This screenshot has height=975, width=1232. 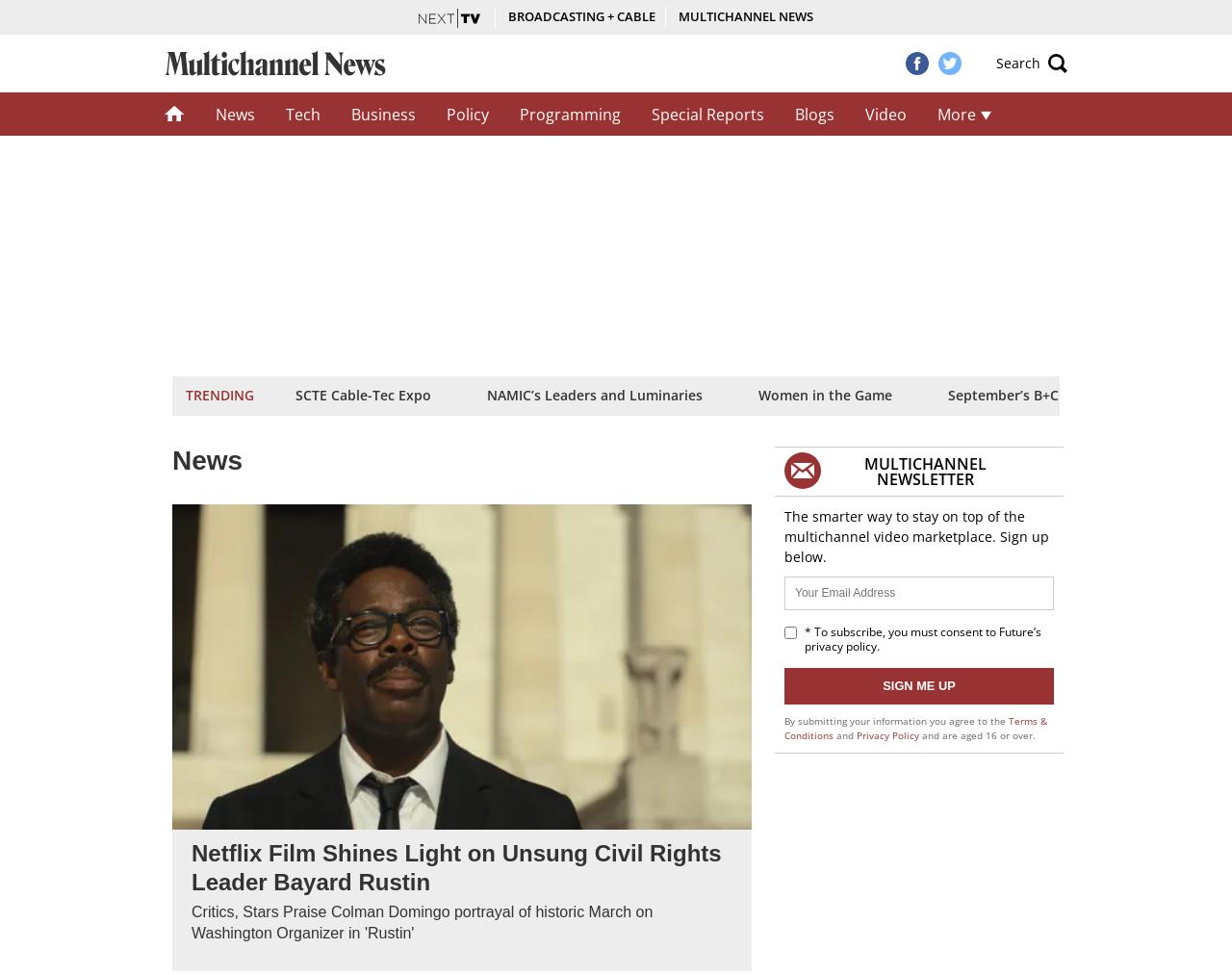 I want to click on 'Terms & Conditions', so click(x=914, y=727).